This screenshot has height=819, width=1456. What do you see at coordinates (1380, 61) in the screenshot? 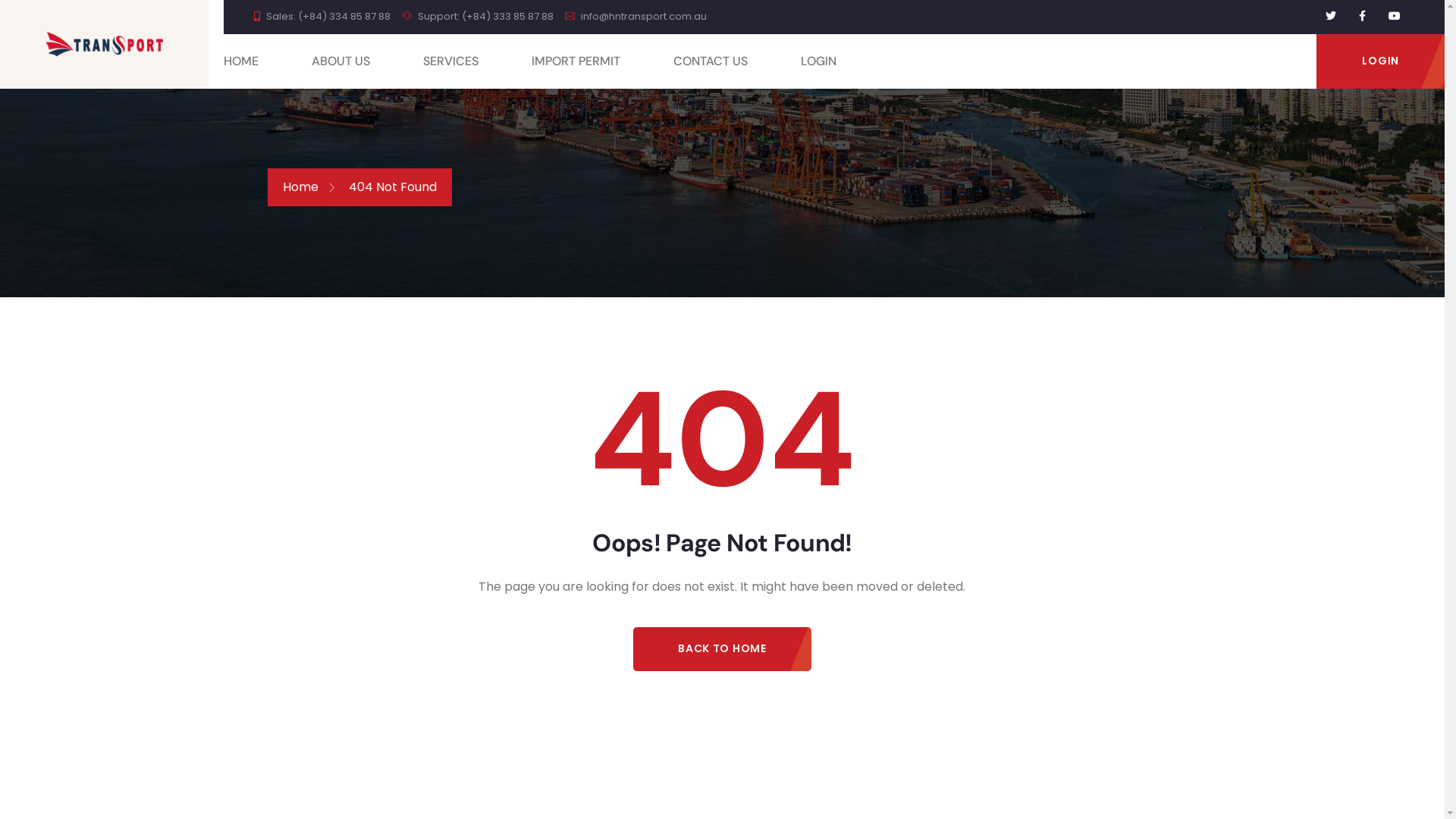
I see `'LOGIN'` at bounding box center [1380, 61].